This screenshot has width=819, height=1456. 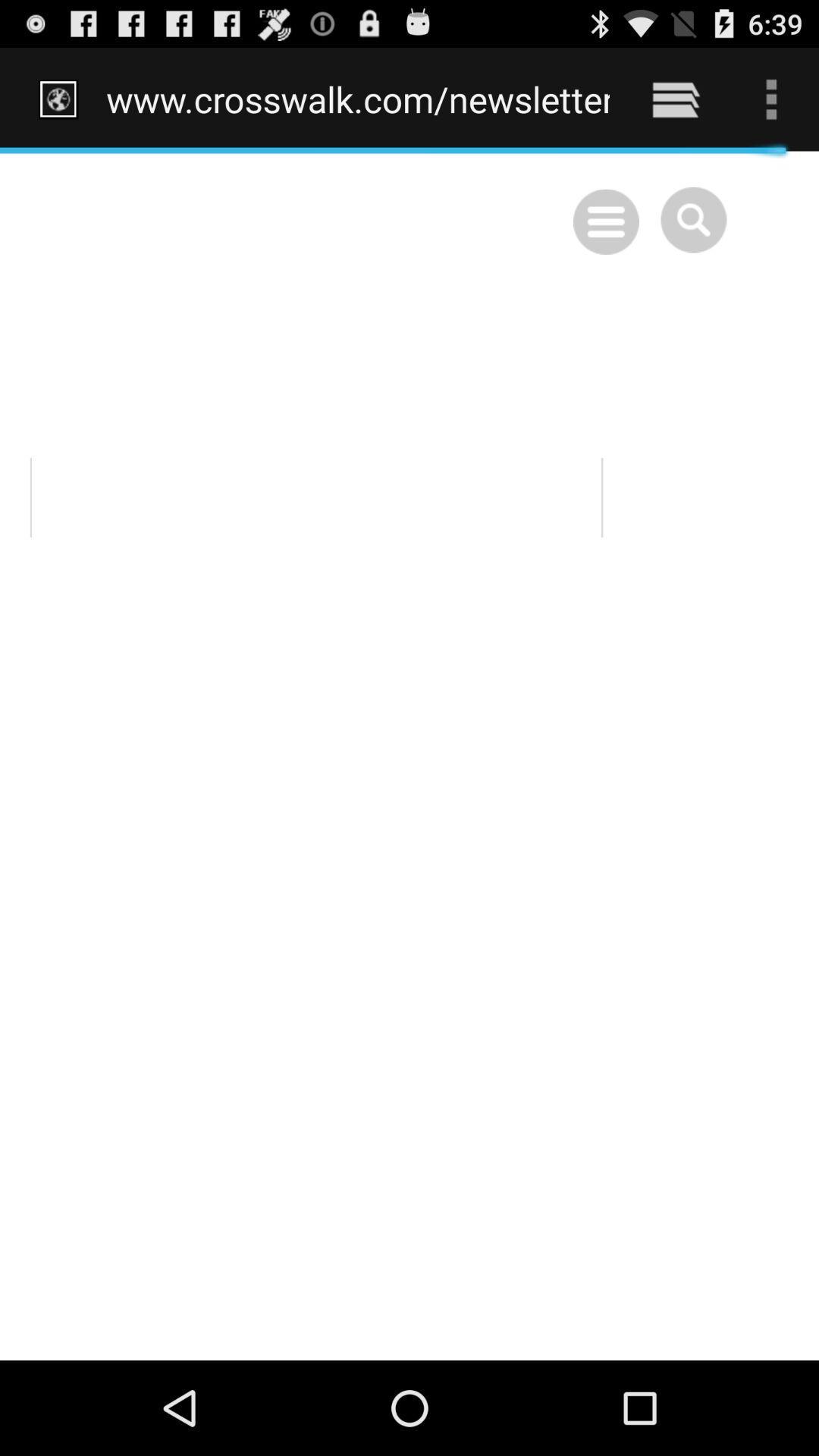 I want to click on the item below the www crosswalk com item, so click(x=409, y=755).